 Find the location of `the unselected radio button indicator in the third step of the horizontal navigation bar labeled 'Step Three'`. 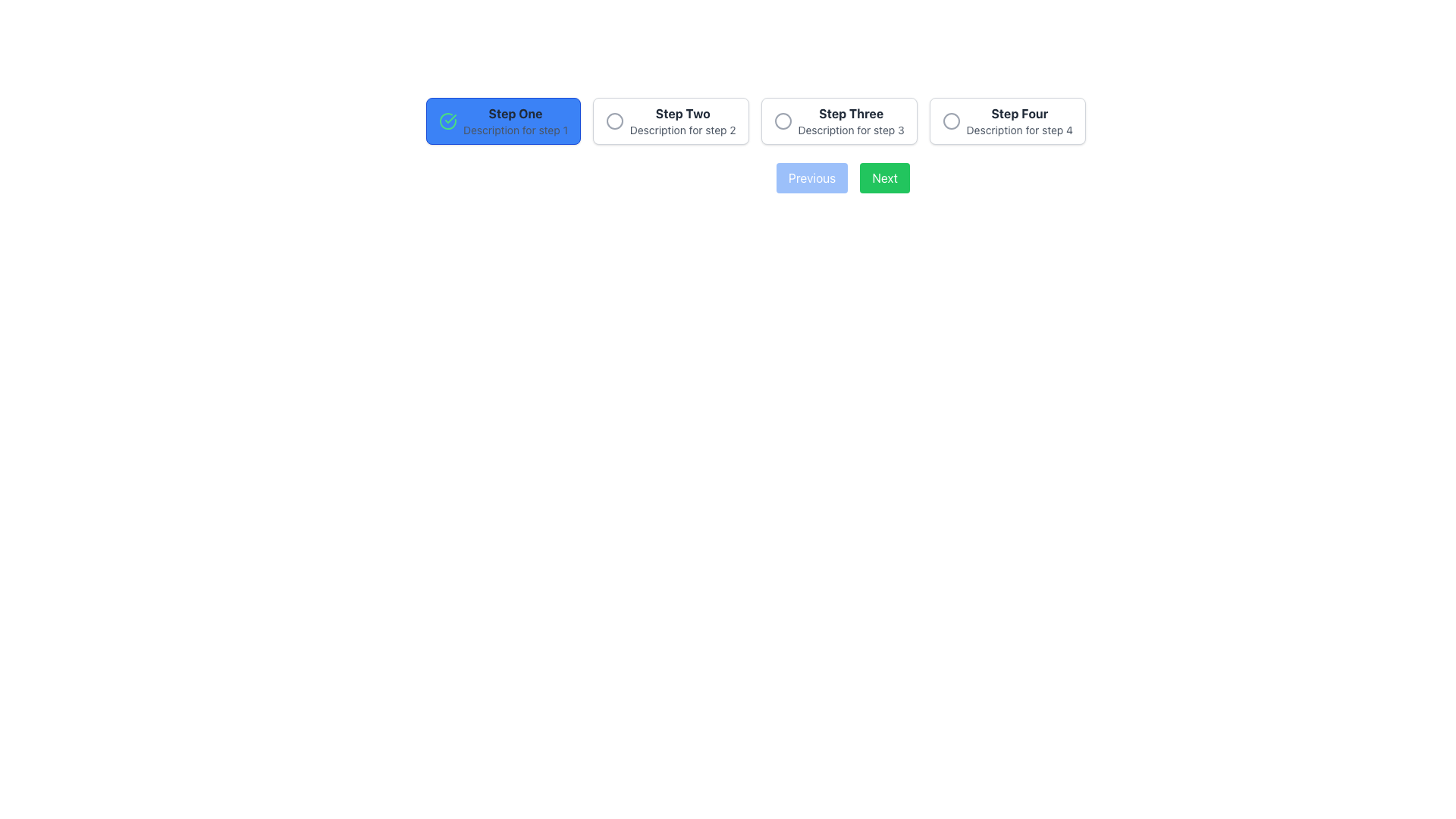

the unselected radio button indicator in the third step of the horizontal navigation bar labeled 'Step Three' is located at coordinates (783, 120).